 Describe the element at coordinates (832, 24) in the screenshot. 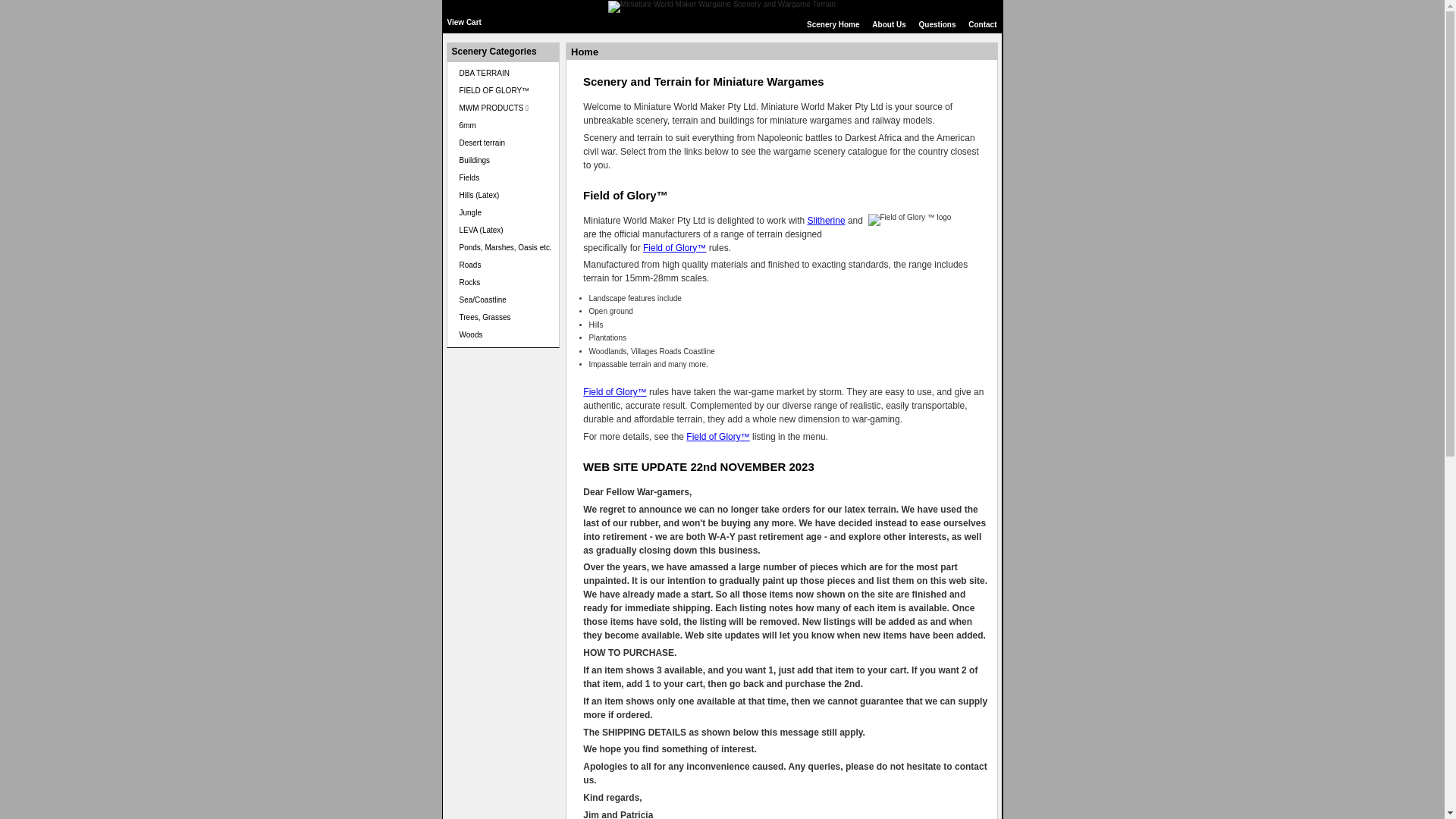

I see `'Scenery Home'` at that location.